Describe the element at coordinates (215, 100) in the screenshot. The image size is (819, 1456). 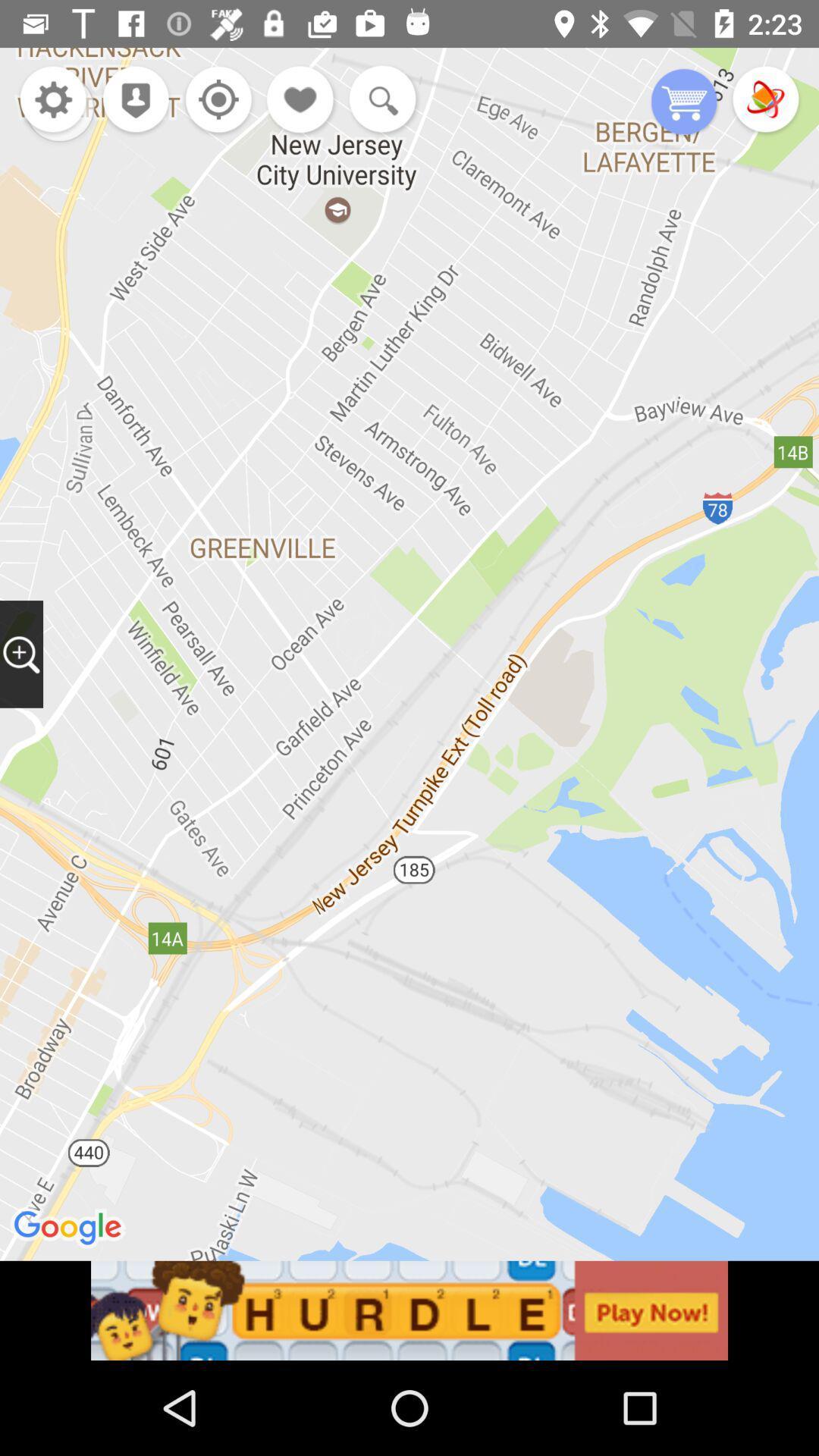
I see `location` at that location.